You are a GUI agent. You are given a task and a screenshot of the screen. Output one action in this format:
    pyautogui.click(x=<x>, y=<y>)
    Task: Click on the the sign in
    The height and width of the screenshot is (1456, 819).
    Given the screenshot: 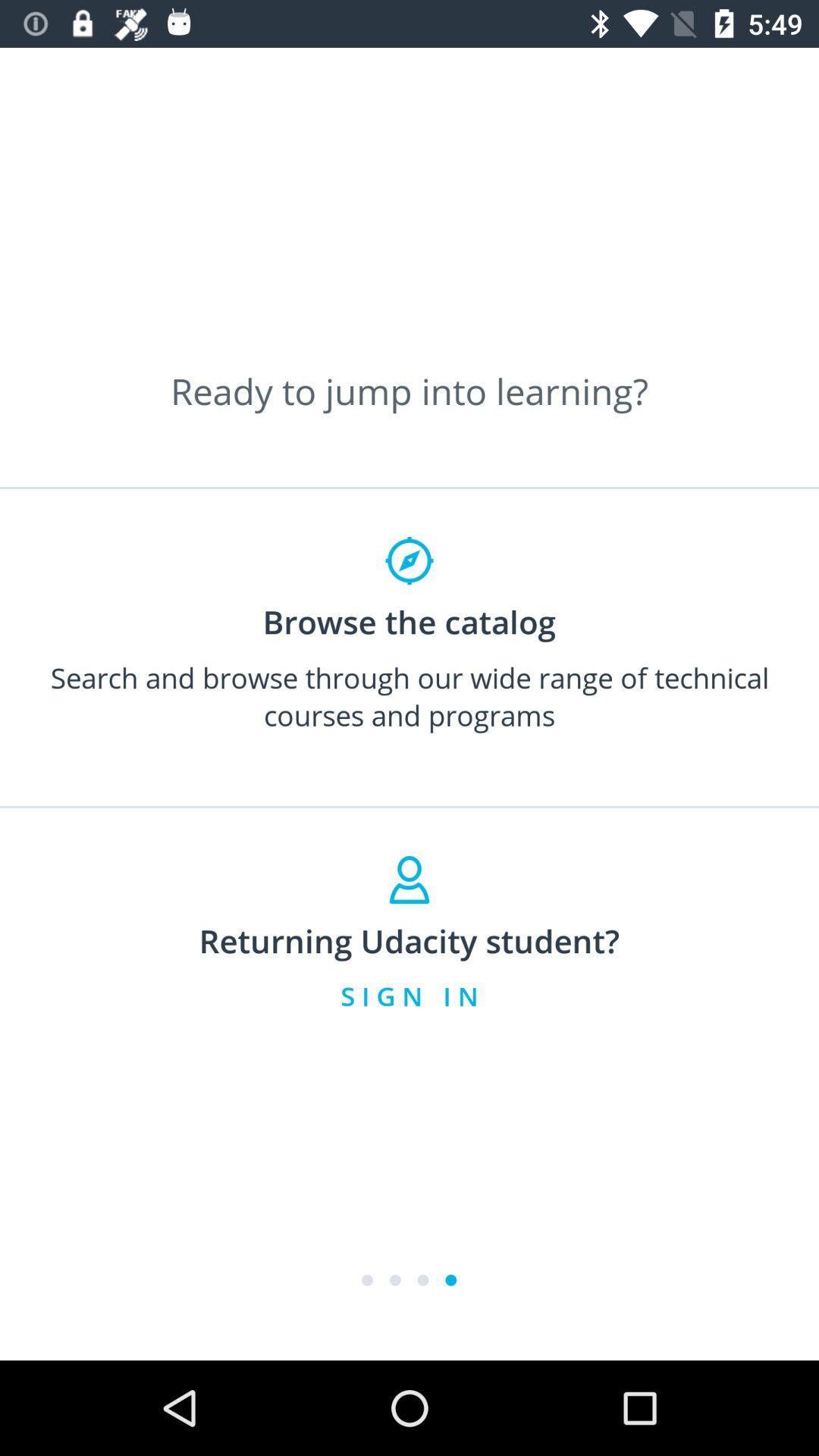 What is the action you would take?
    pyautogui.click(x=409, y=996)
    